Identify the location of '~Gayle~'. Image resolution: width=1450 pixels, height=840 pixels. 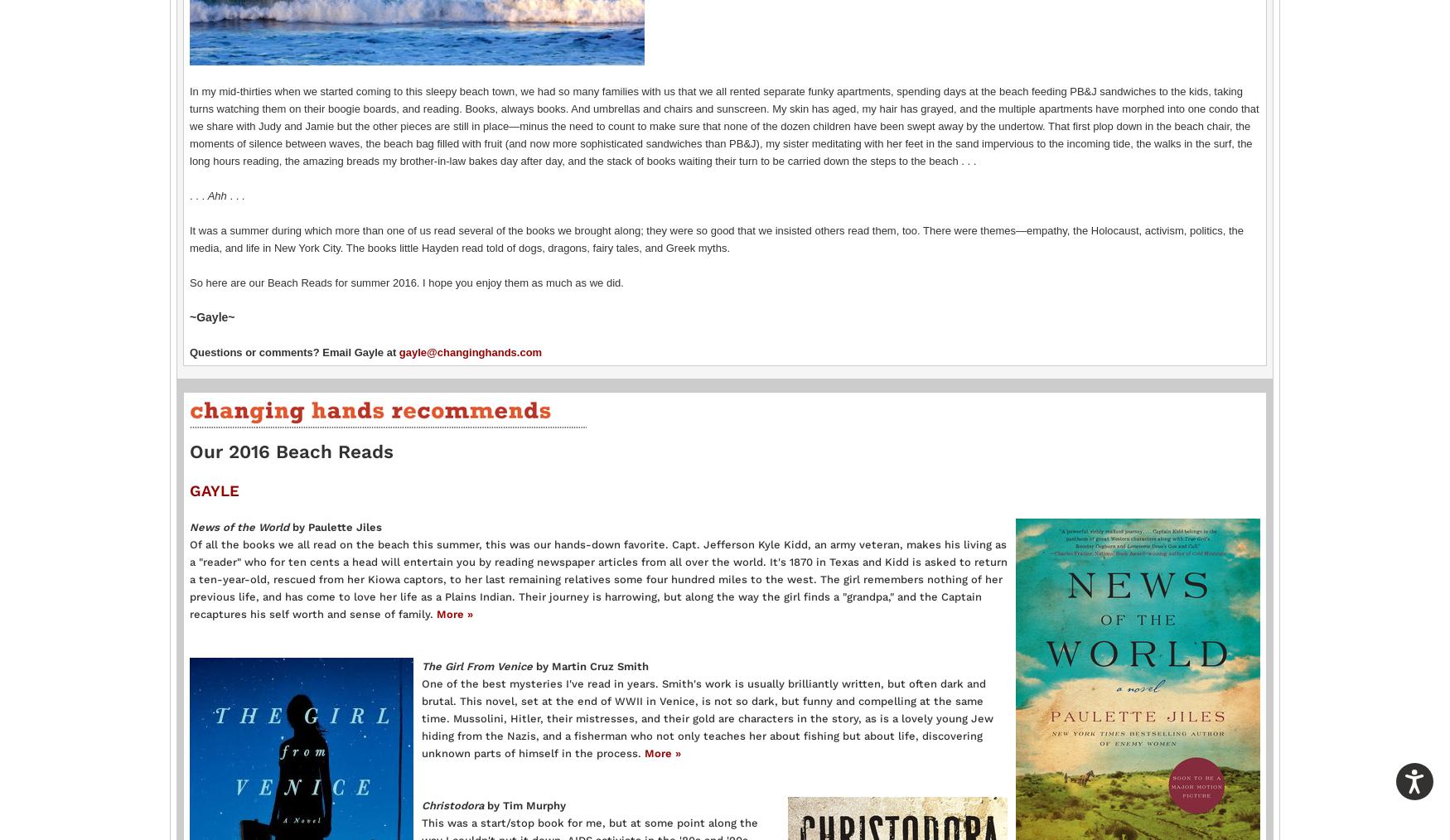
(211, 315).